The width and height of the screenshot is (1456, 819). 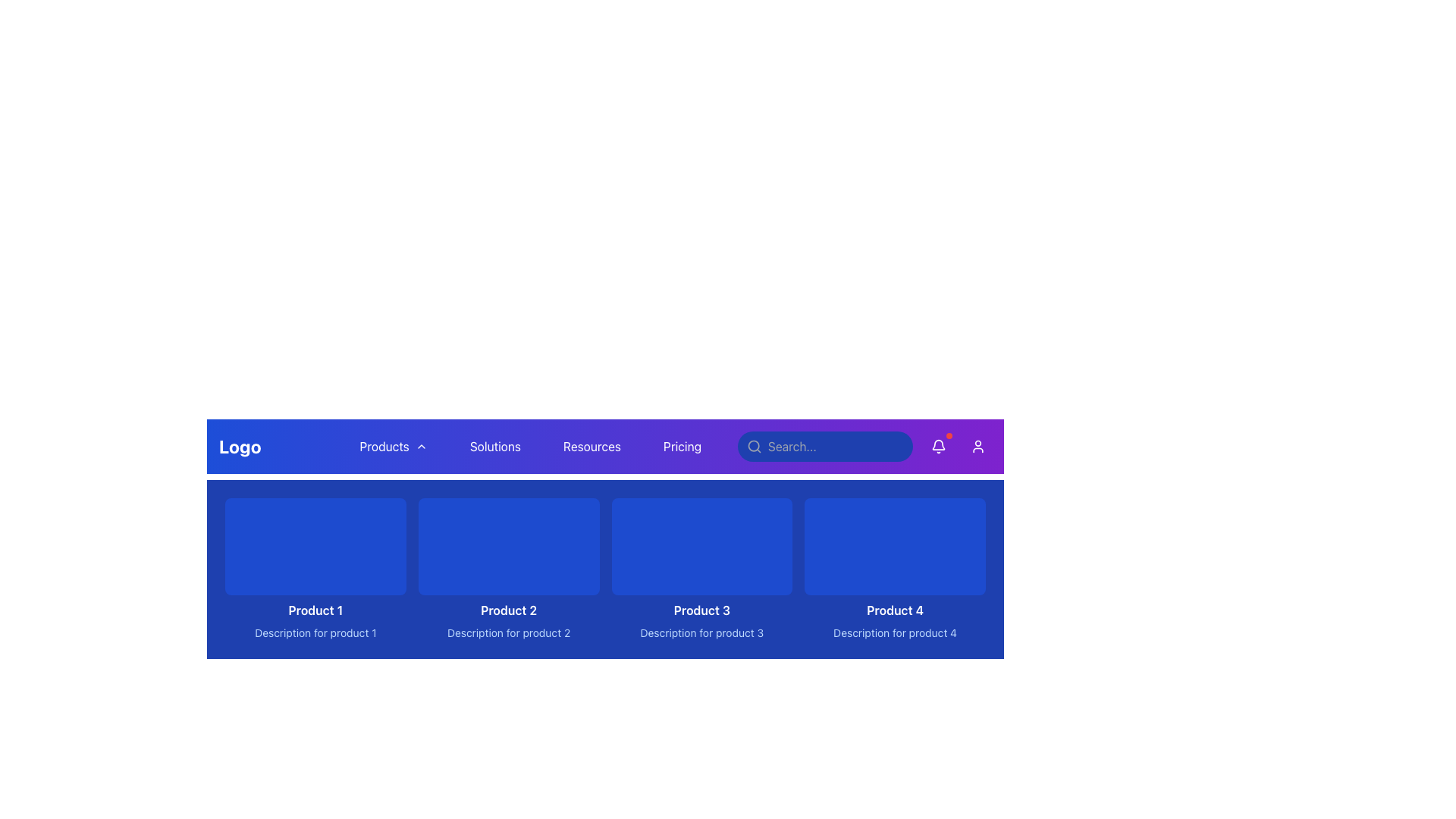 What do you see at coordinates (239, 446) in the screenshot?
I see `the bold, large-sized text element that reads 'Logo', which is displayed in white on a vibrant blue background at the top-left corner of the header section` at bounding box center [239, 446].